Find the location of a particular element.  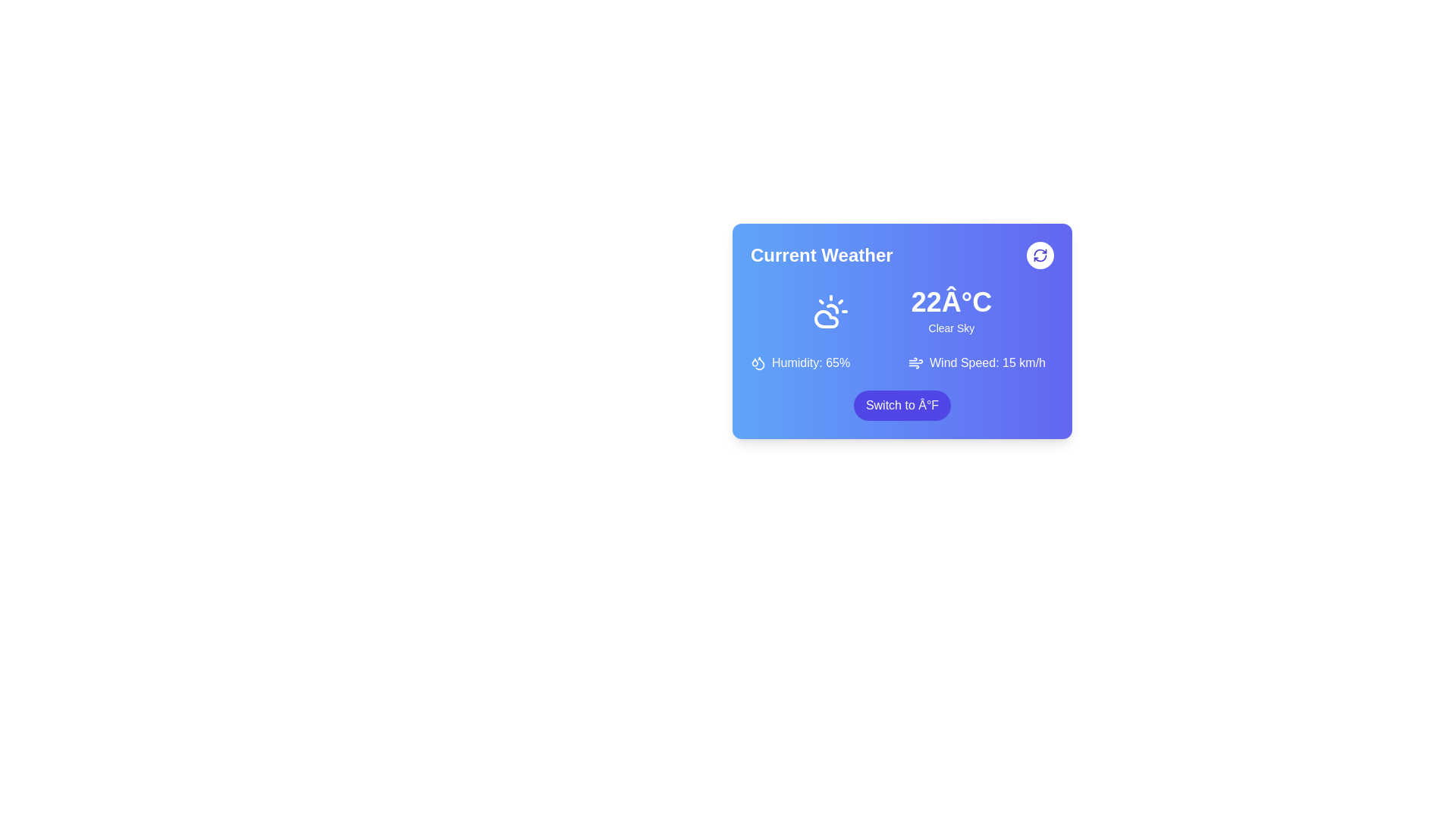

the text label displaying 'Wind Speed: 15 km/h' by moving the cursor to its center point is located at coordinates (987, 362).